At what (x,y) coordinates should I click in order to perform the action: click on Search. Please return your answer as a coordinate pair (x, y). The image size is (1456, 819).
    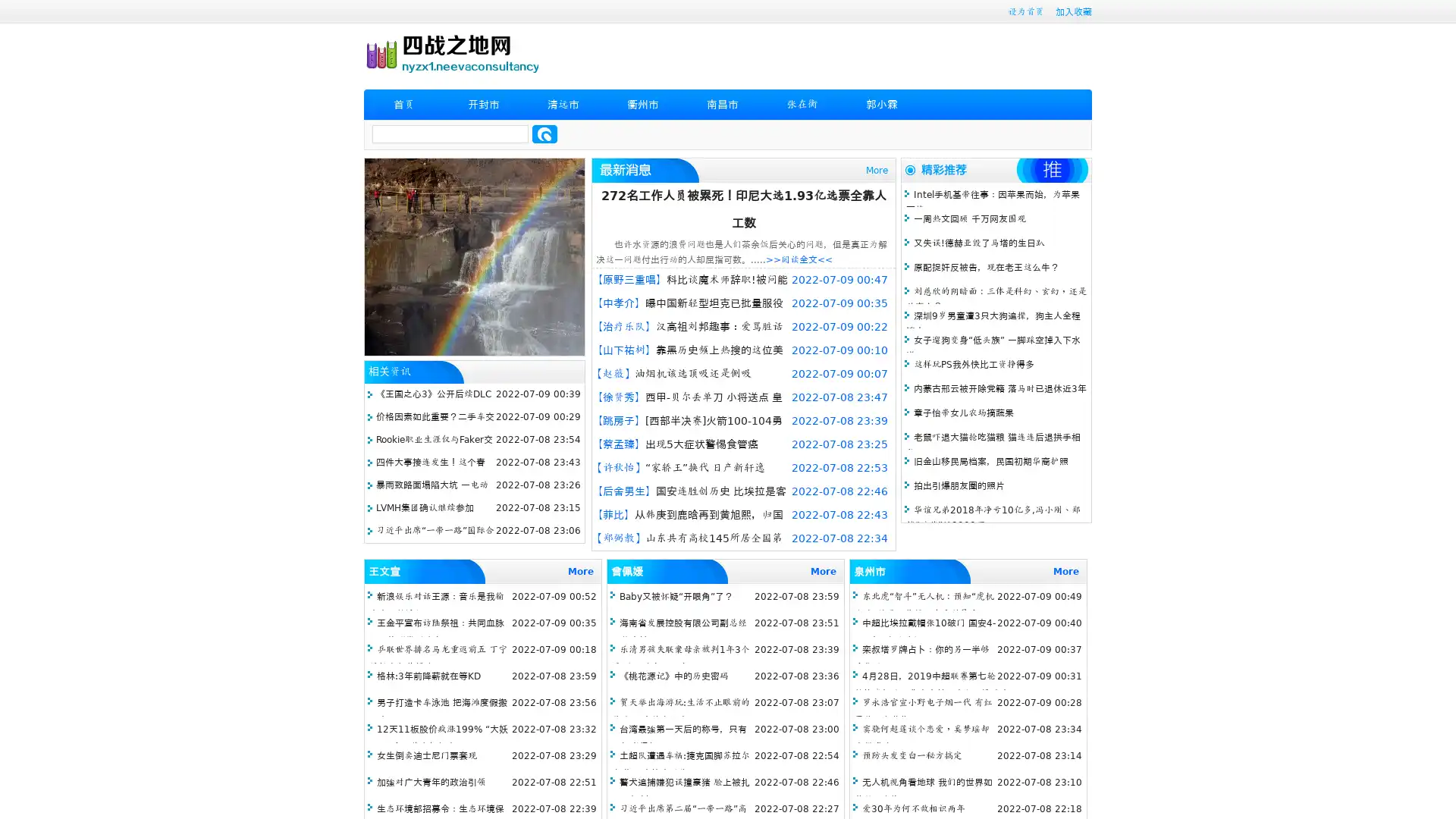
    Looking at the image, I should click on (544, 133).